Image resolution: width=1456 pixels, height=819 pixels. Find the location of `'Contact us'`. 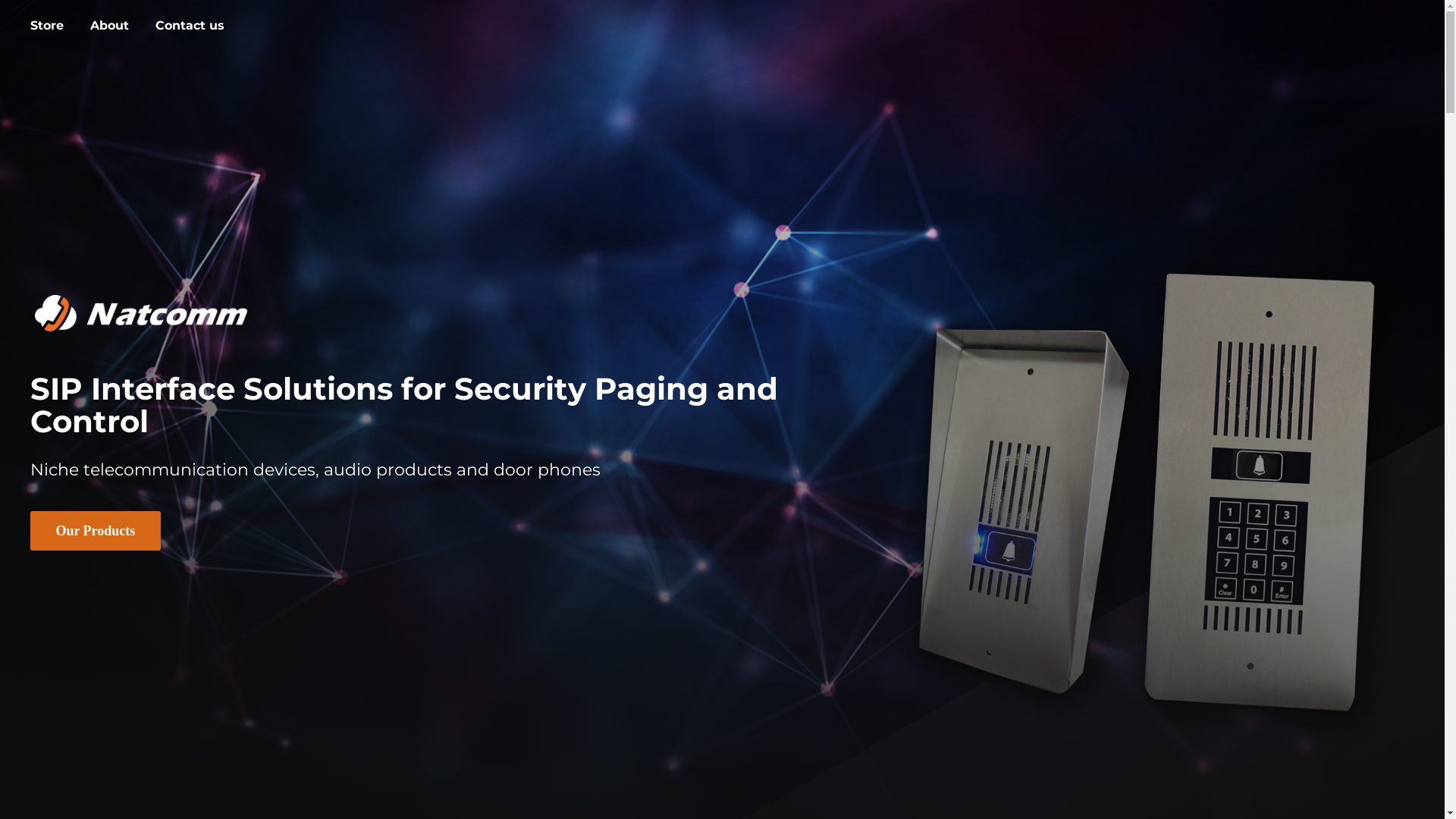

'Contact us' is located at coordinates (189, 26).